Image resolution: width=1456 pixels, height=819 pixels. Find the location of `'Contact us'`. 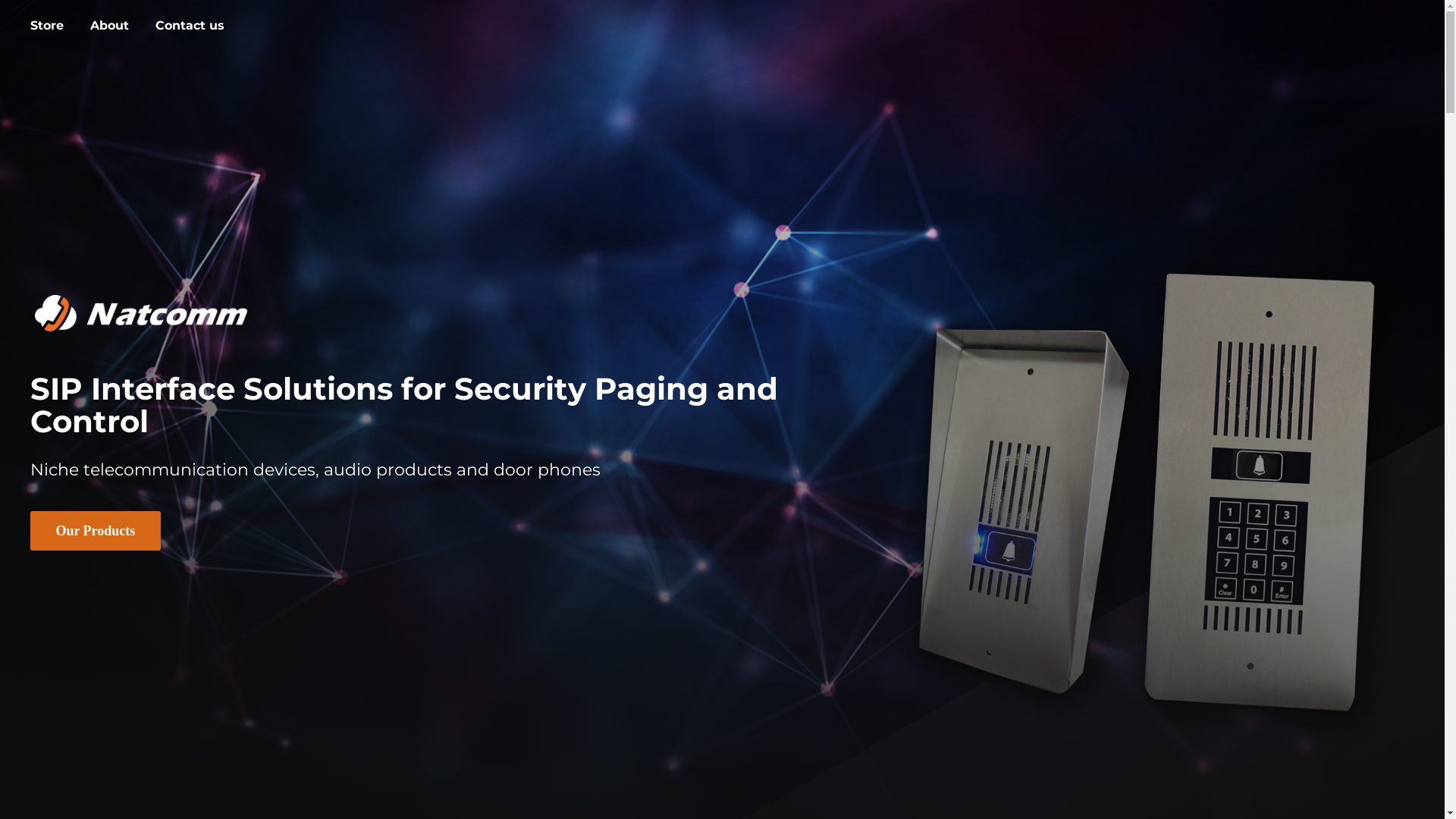

'Contact us' is located at coordinates (189, 26).